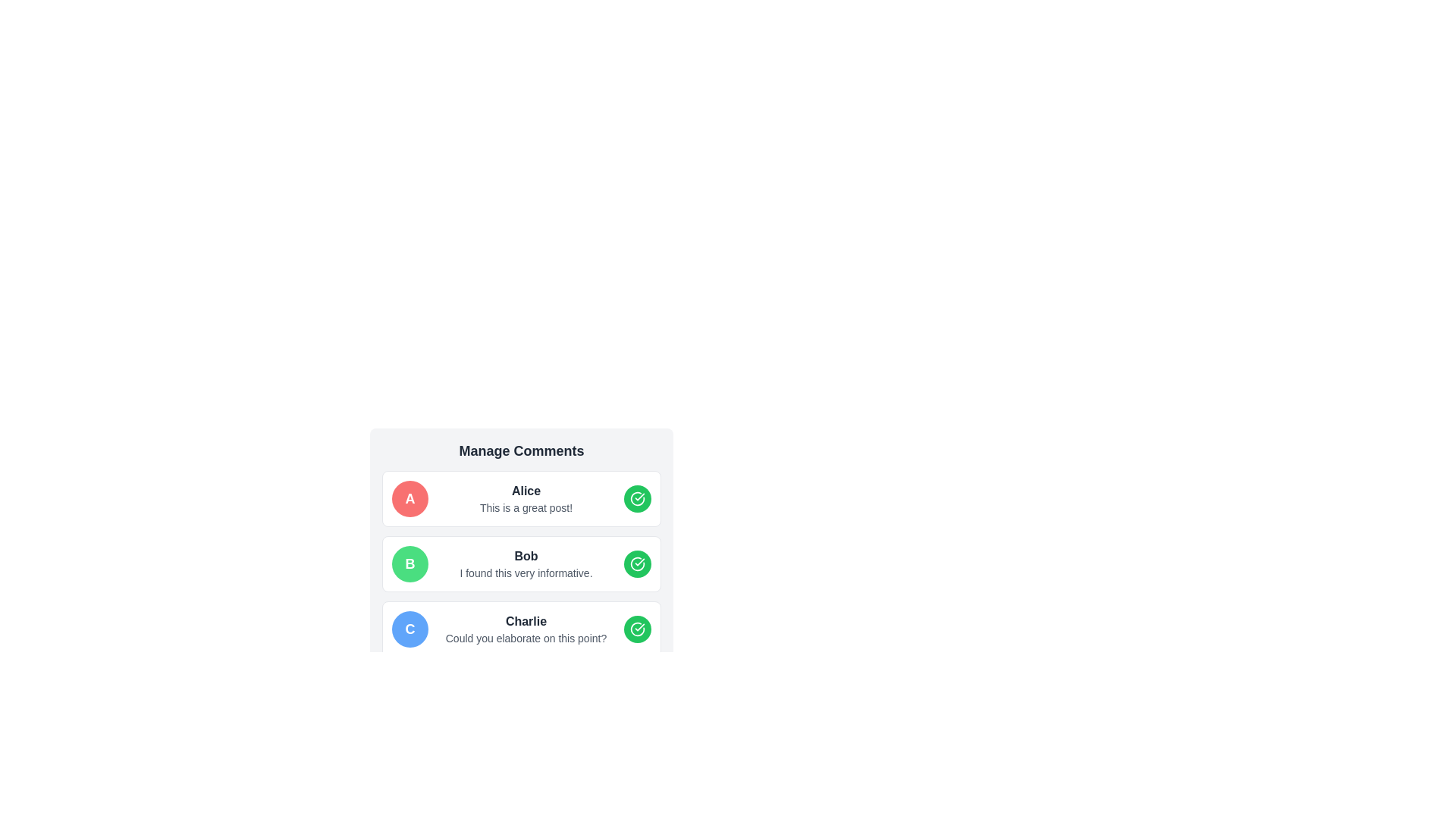 This screenshot has width=1456, height=819. I want to click on the Text Display that shows a user comment, located in the third card of a vertically stacked list, to the right of a circular avatar with the letter 'C' and before a green circular button, so click(526, 629).